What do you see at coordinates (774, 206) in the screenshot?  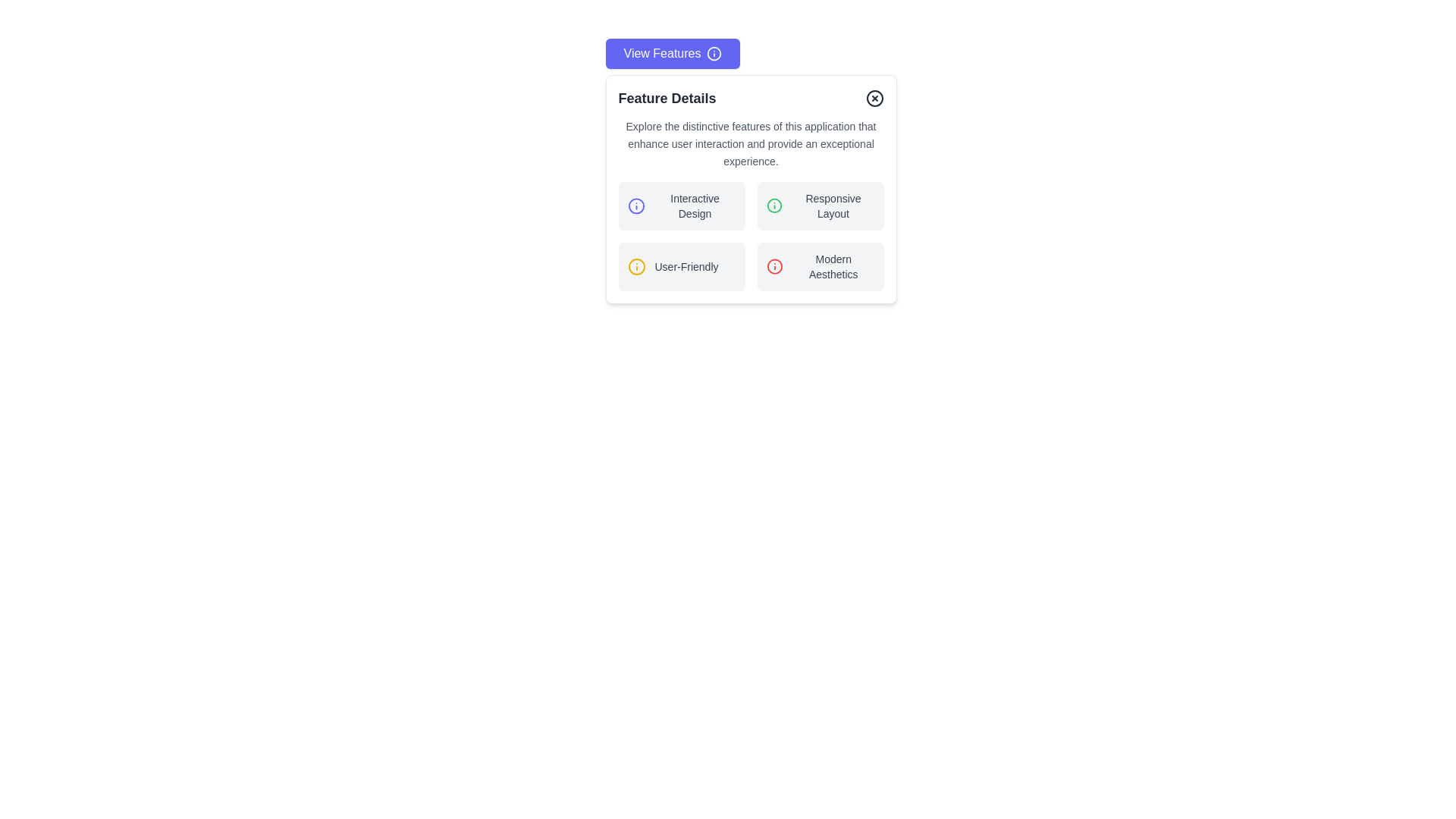 I see `the green circular 'info' icon with a white background, which is the first icon in the 'Responsive Layout' list item` at bounding box center [774, 206].